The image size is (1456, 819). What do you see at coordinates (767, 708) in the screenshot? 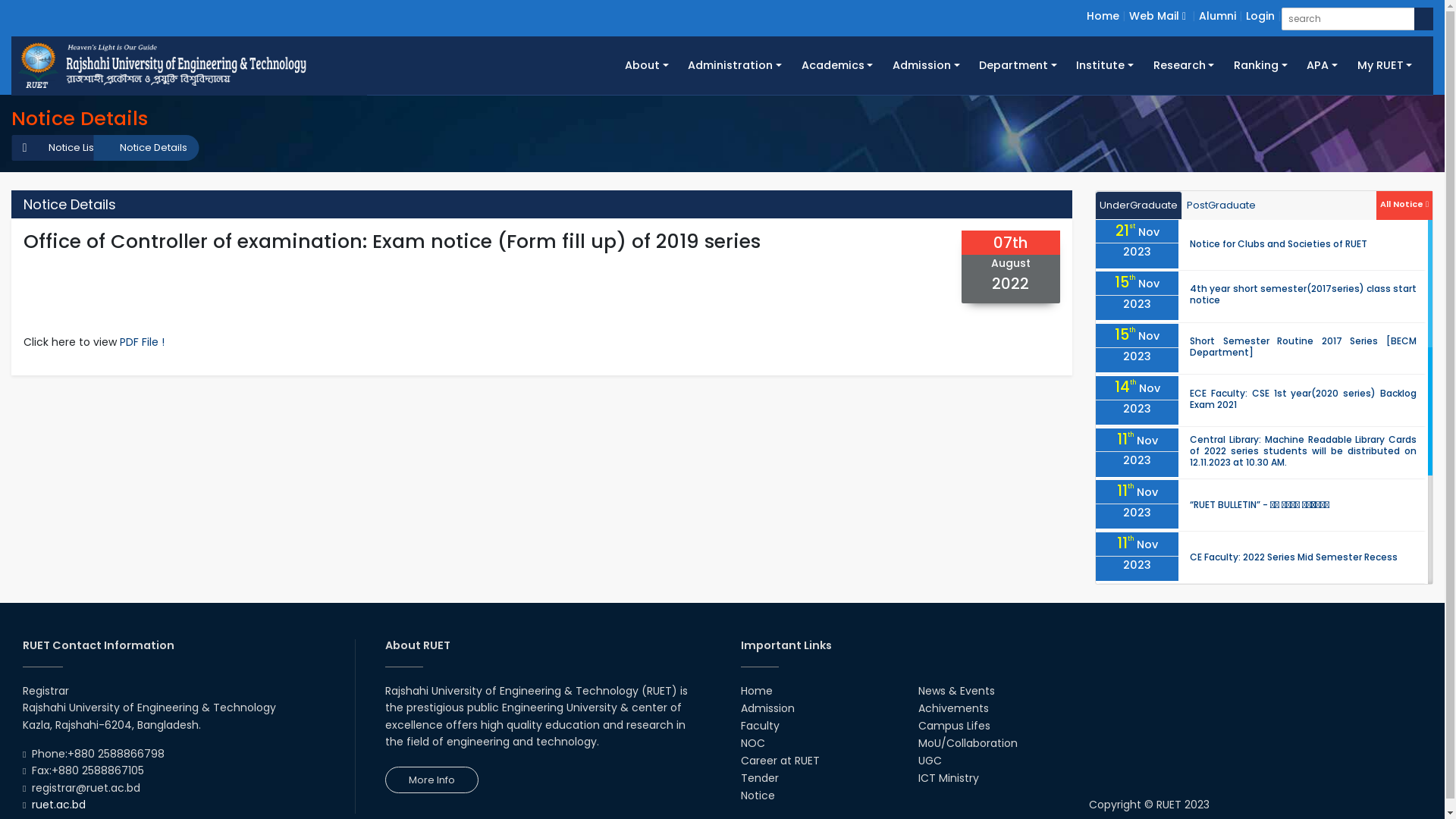
I see `'Admission'` at bounding box center [767, 708].